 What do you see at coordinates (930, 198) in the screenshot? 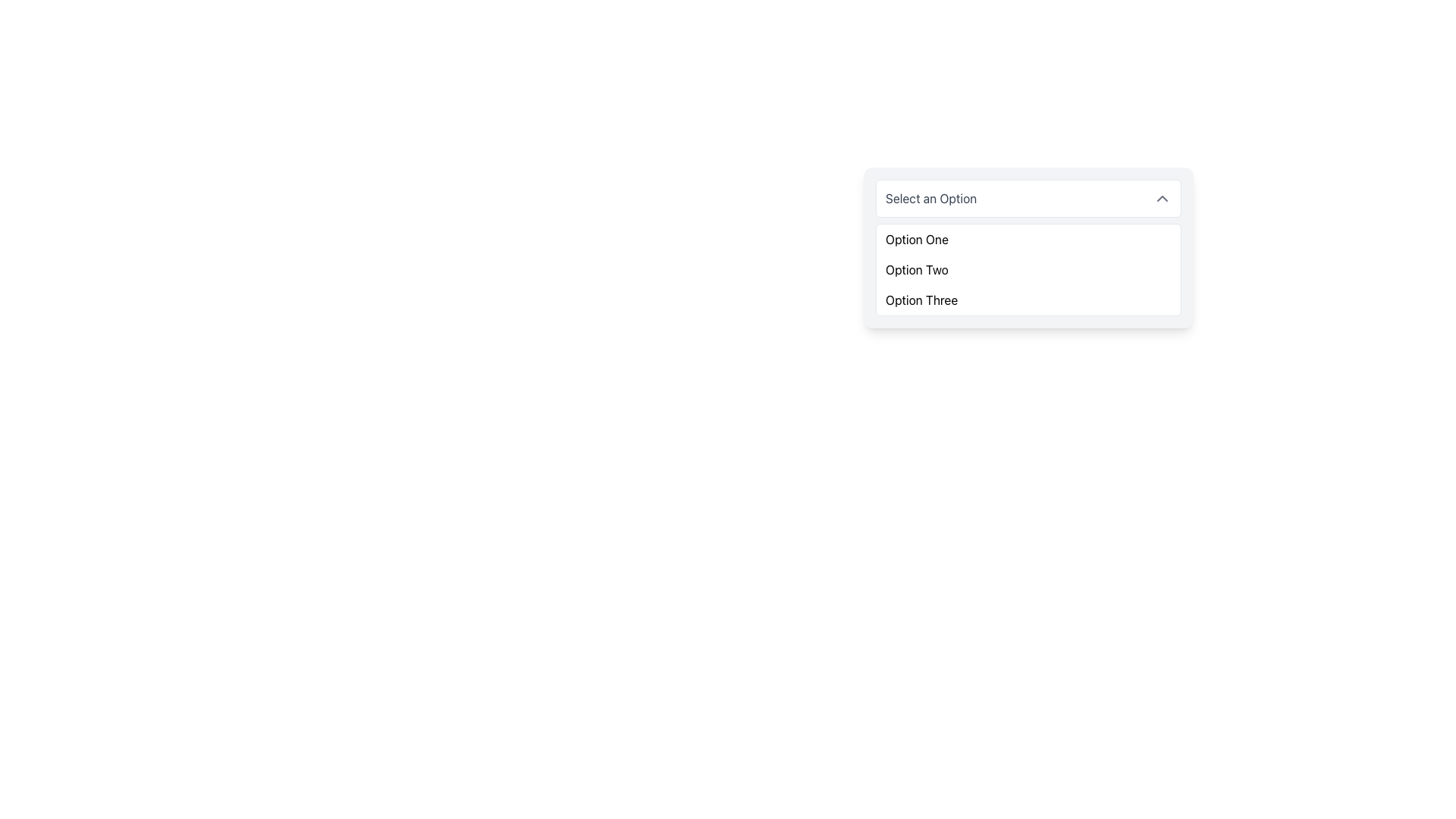
I see `the static text label that indicates the current state of the dropdown menu, positioned to the left of the chevron-down icon` at bounding box center [930, 198].